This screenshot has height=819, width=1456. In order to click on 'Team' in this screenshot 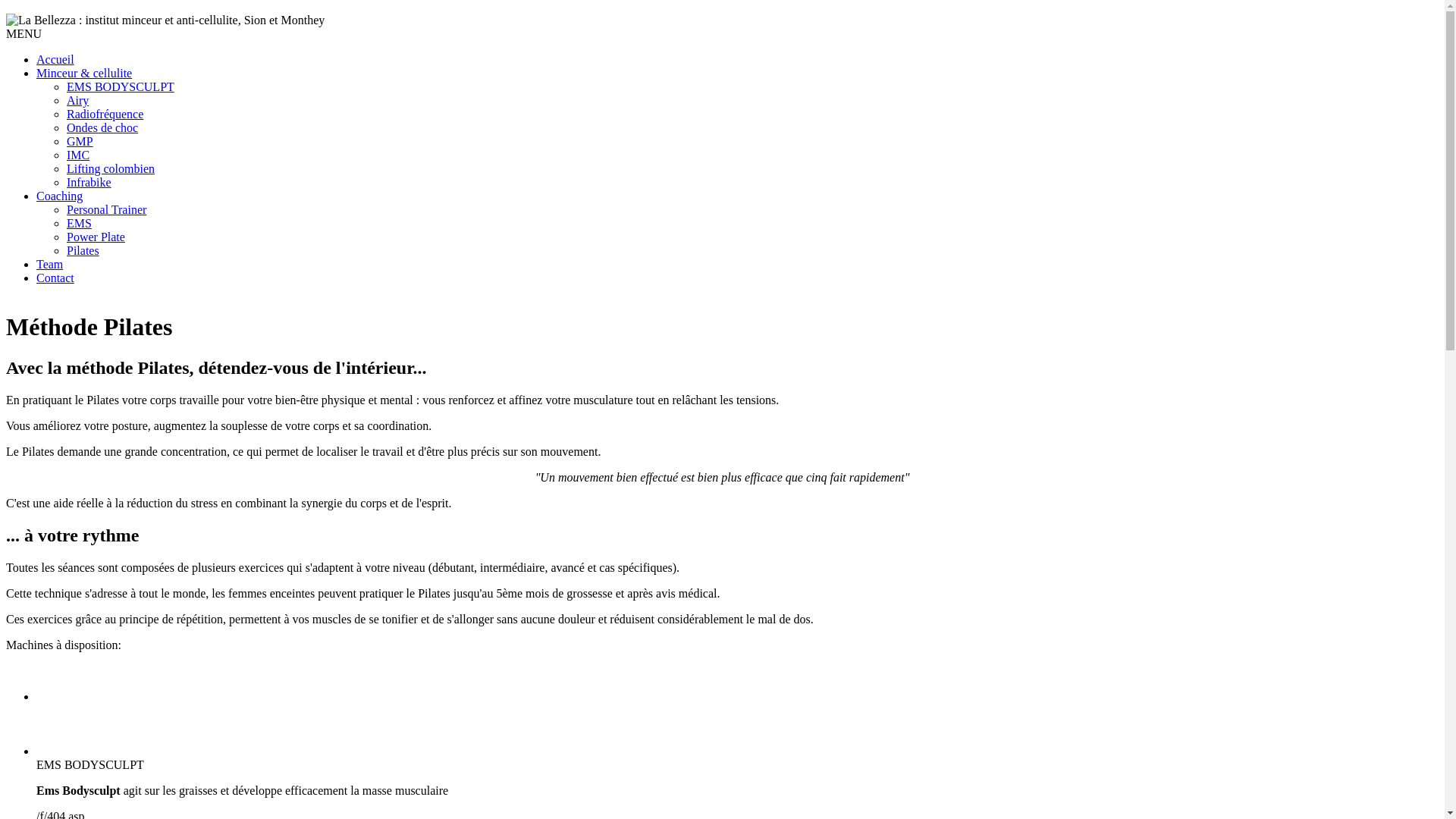, I will do `click(49, 263)`.